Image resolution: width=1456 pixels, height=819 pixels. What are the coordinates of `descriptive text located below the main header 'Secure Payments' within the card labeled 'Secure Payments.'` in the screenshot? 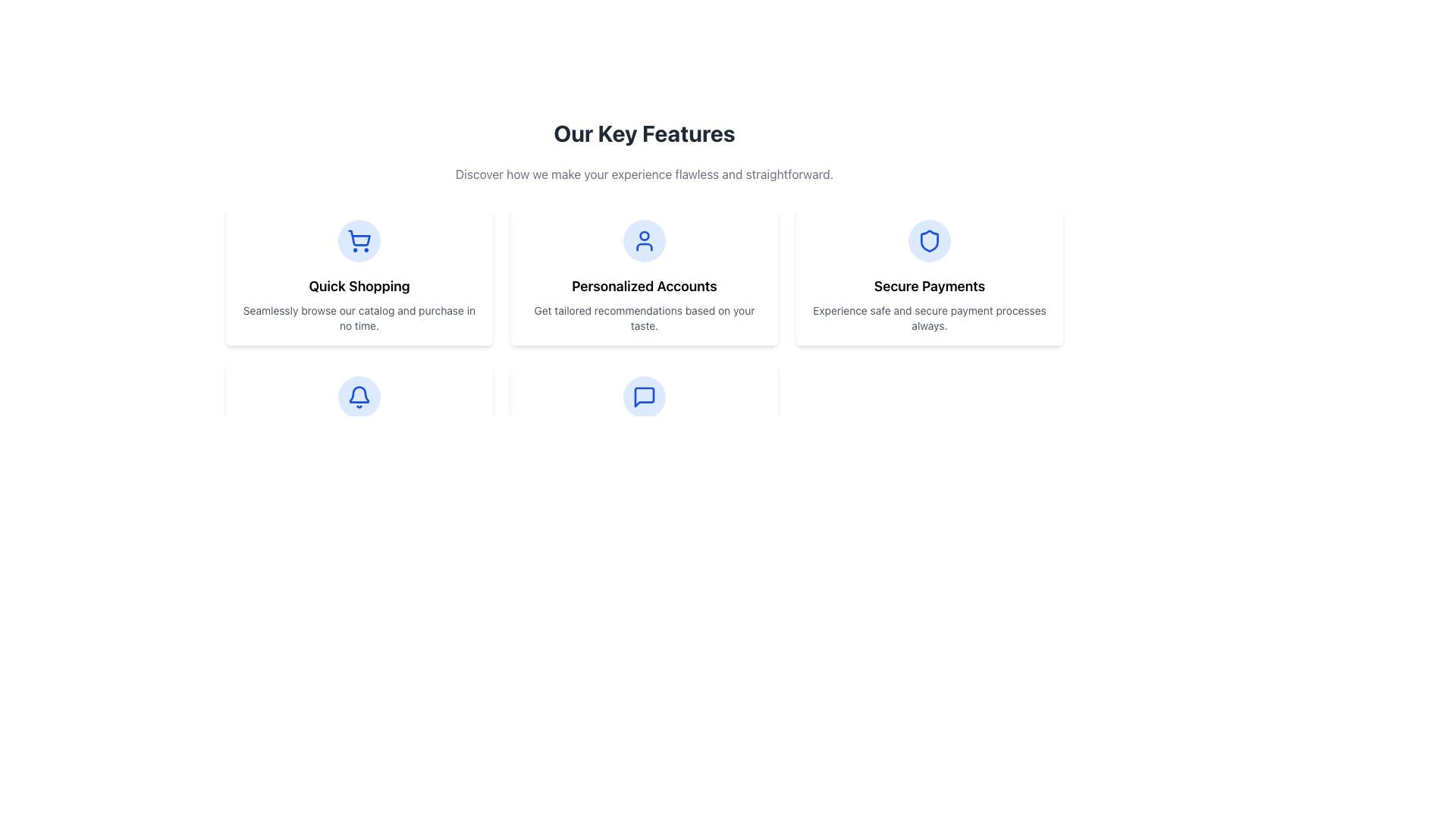 It's located at (928, 318).